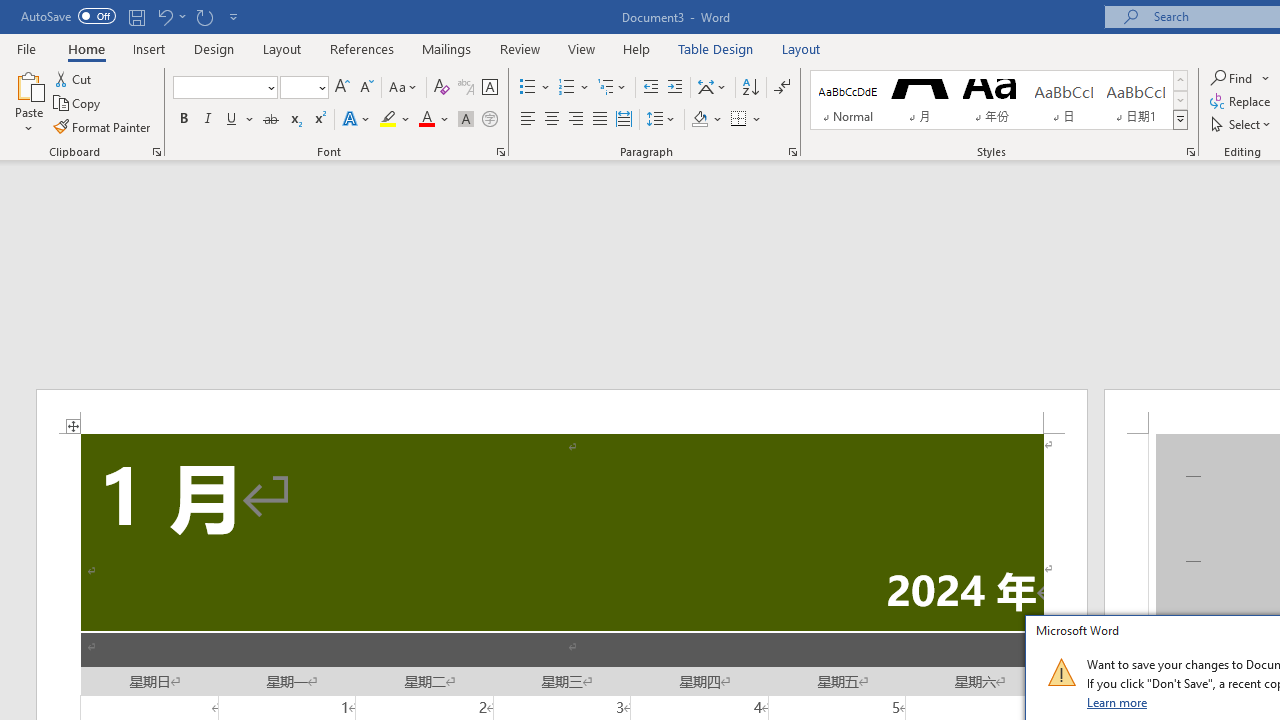 The image size is (1280, 720). I want to click on 'Align Right', so click(575, 119).